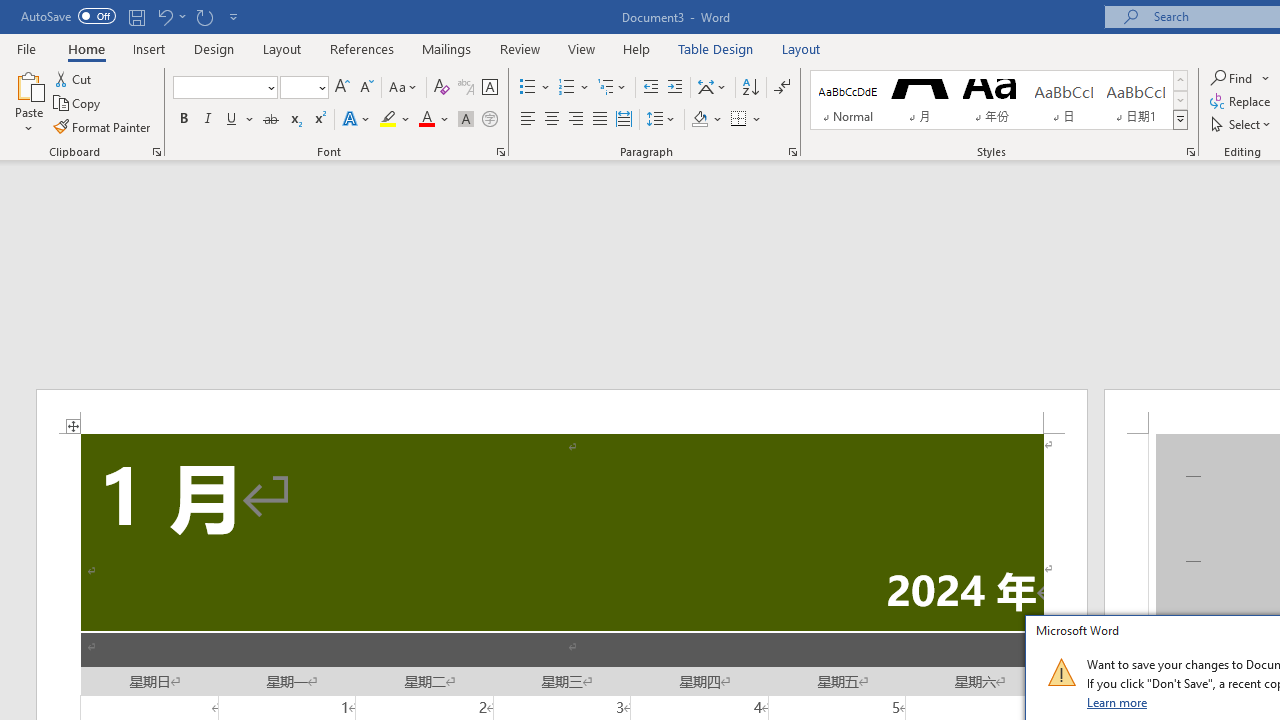 The image size is (1280, 720). I want to click on 'Align Right', so click(575, 119).